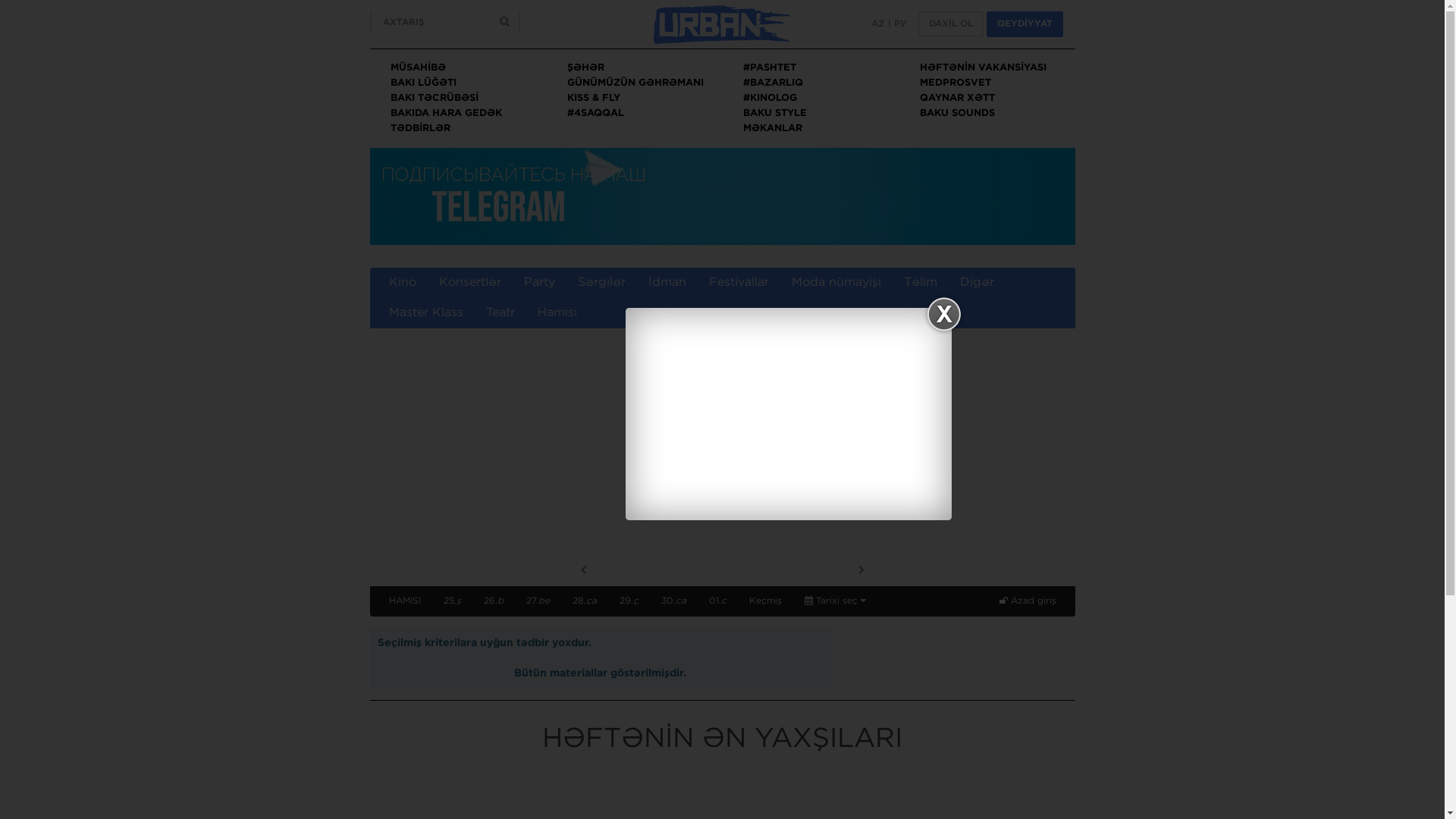 This screenshot has height=819, width=1456. Describe the element at coordinates (592, 98) in the screenshot. I see `'KISS & FLY'` at that location.